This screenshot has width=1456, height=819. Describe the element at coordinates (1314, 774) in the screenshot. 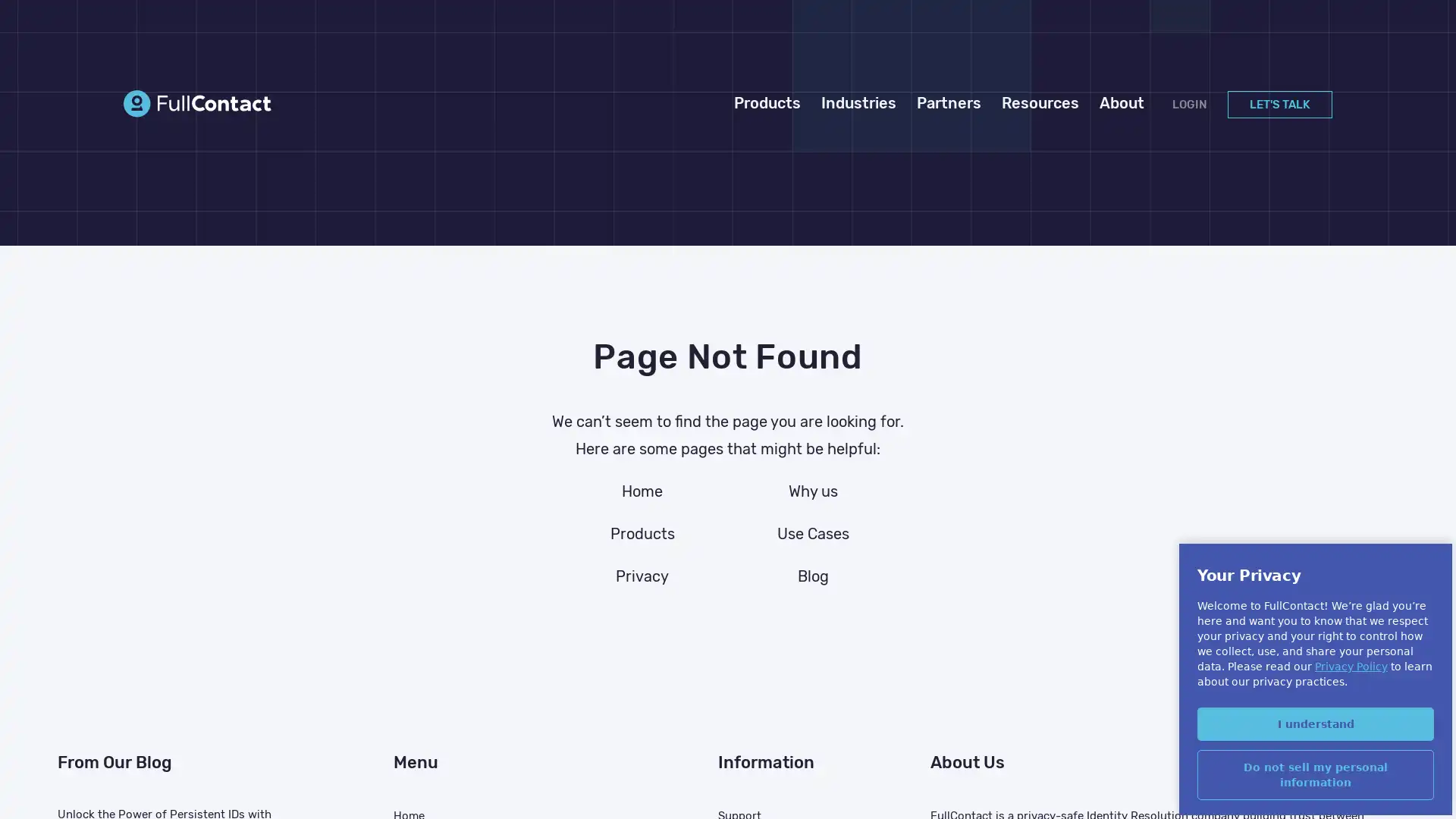

I see `Do not sell my personal information` at that location.